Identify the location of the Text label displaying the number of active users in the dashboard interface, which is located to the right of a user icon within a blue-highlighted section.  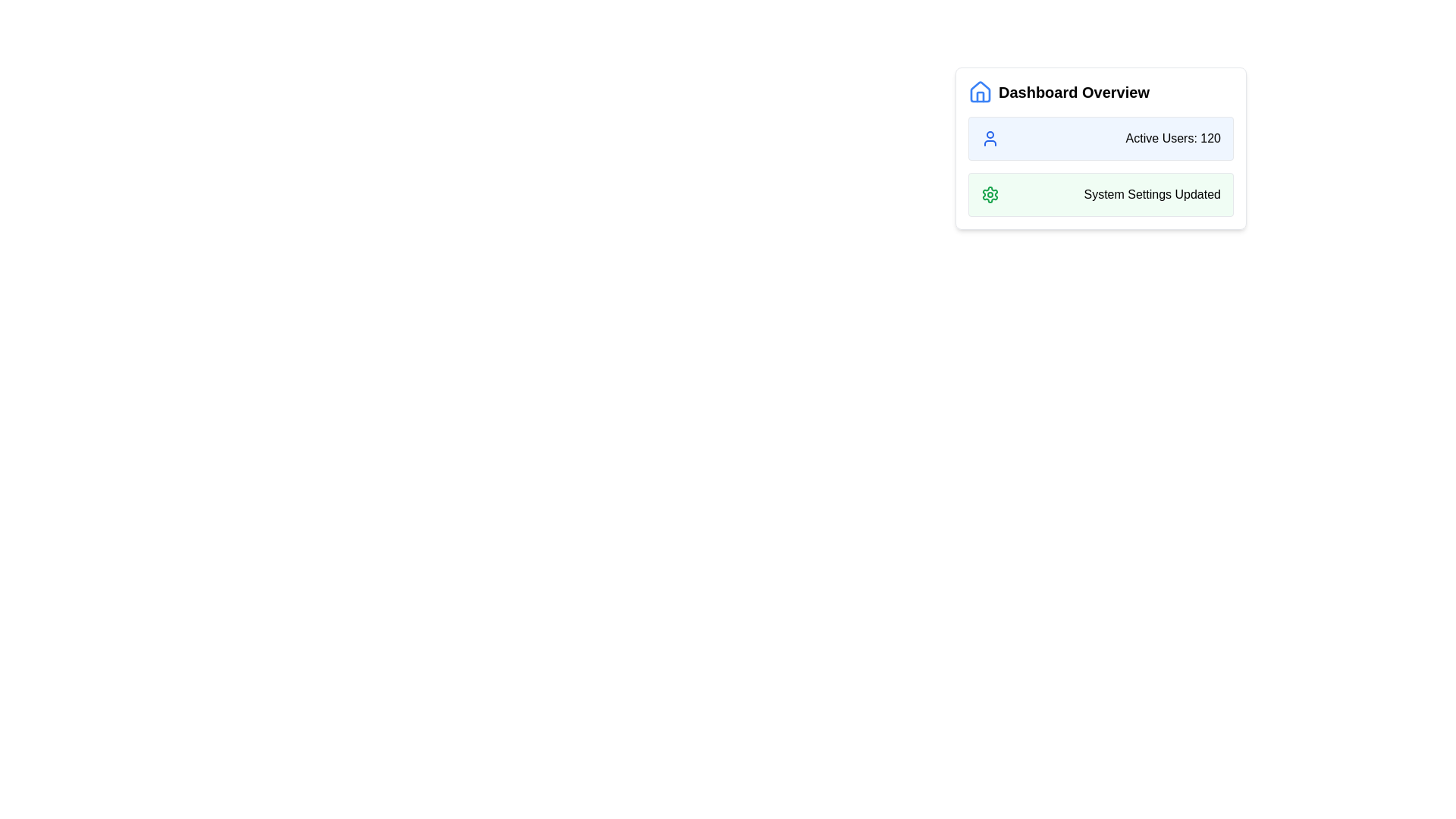
(1172, 138).